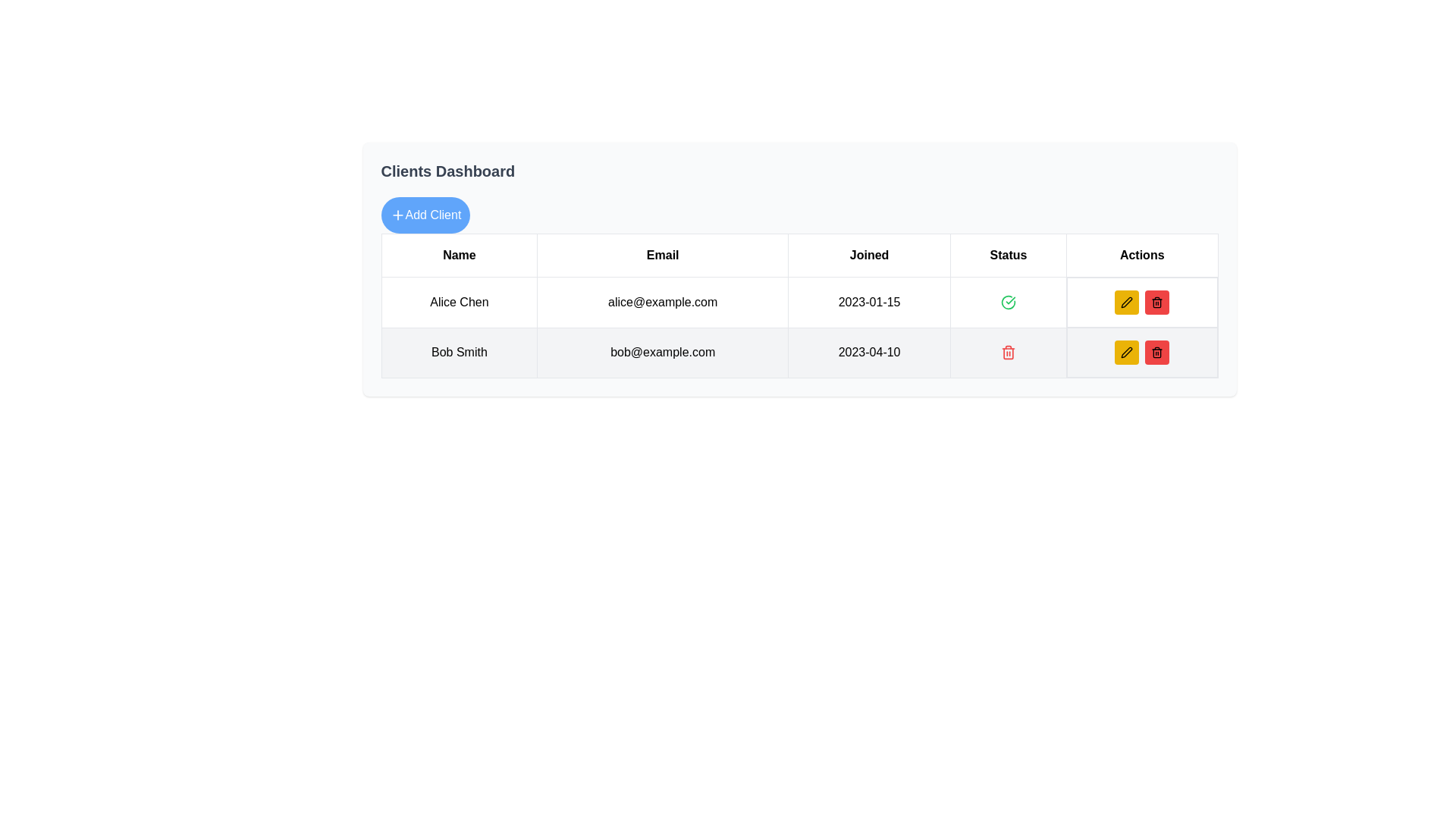  I want to click on the '+' icon located at the center of the blue 'Add Client' button, so click(397, 215).